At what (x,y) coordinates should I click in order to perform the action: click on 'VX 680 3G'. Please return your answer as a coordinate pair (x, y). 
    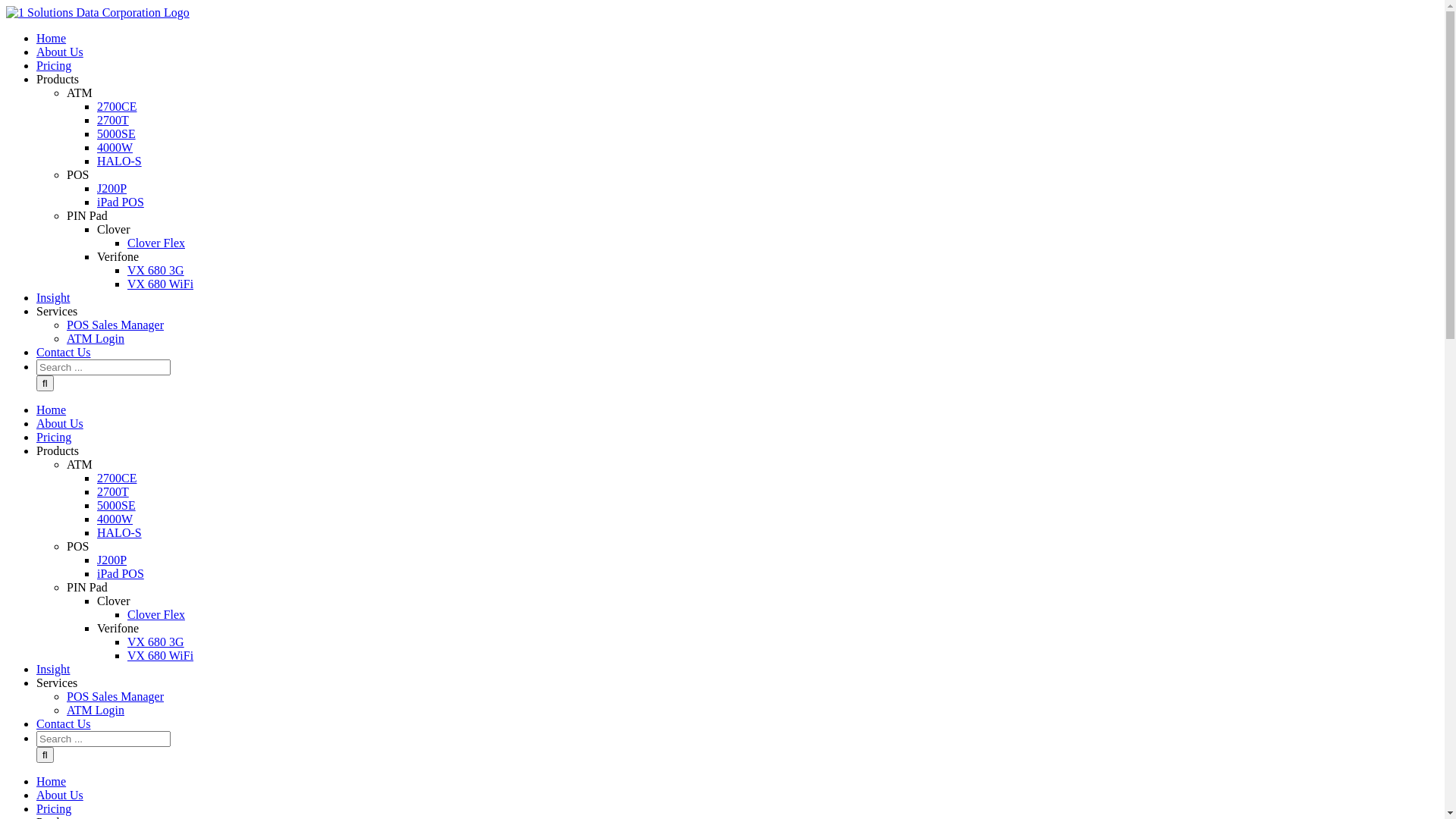
    Looking at the image, I should click on (155, 269).